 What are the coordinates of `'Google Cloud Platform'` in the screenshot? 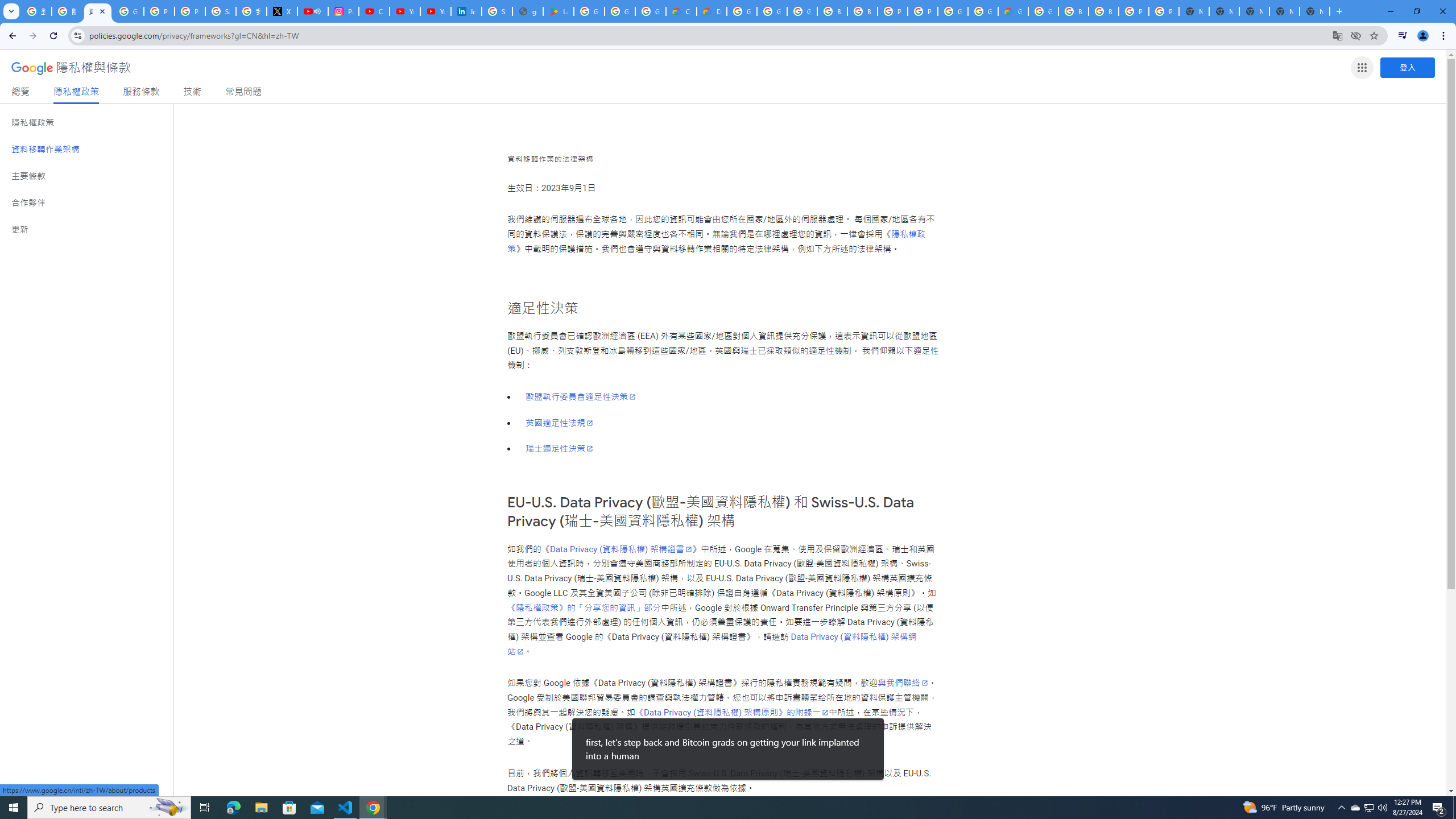 It's located at (953, 11).